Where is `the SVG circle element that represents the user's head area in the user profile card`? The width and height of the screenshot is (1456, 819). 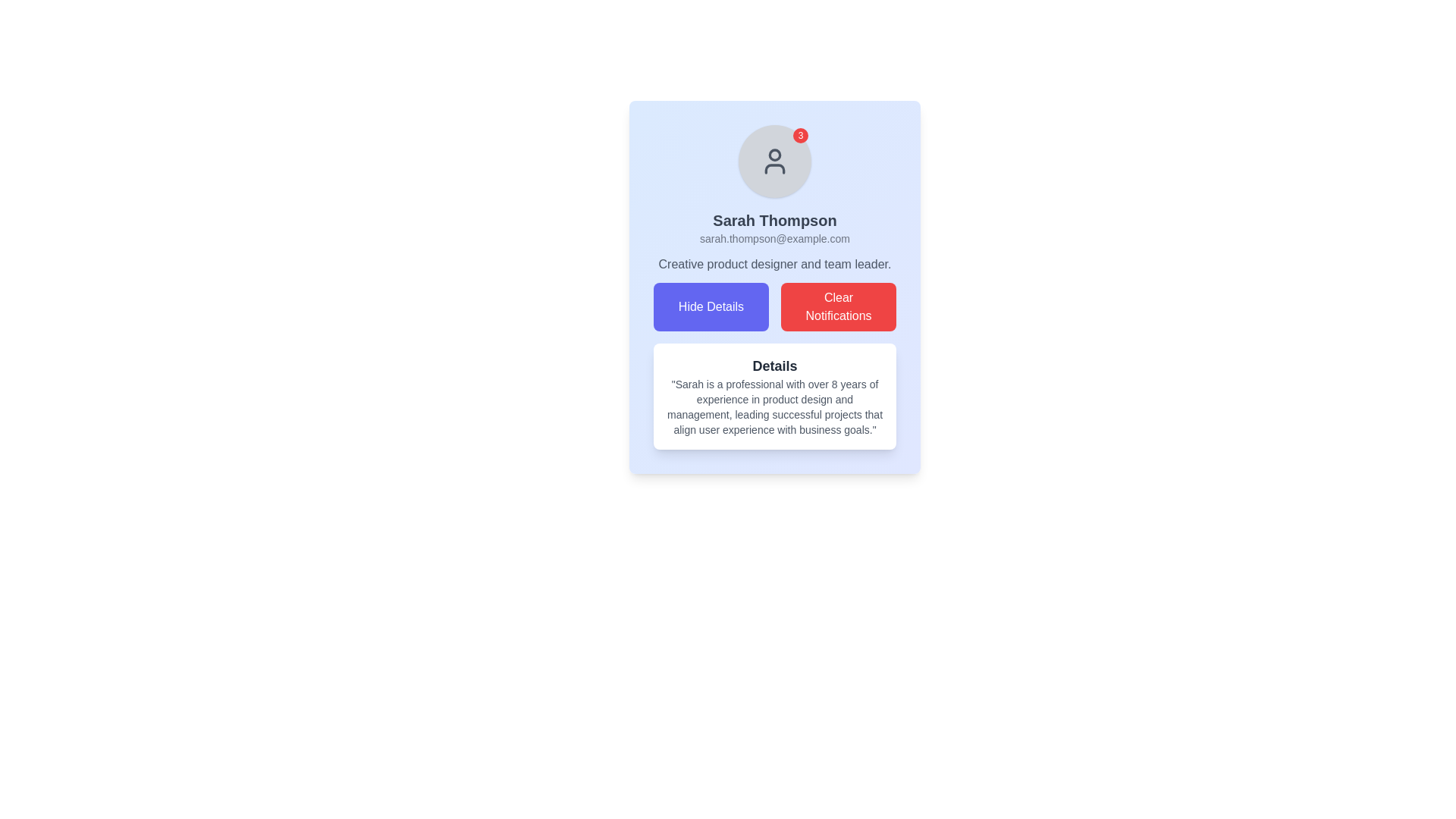
the SVG circle element that represents the user's head area in the user profile card is located at coordinates (775, 155).